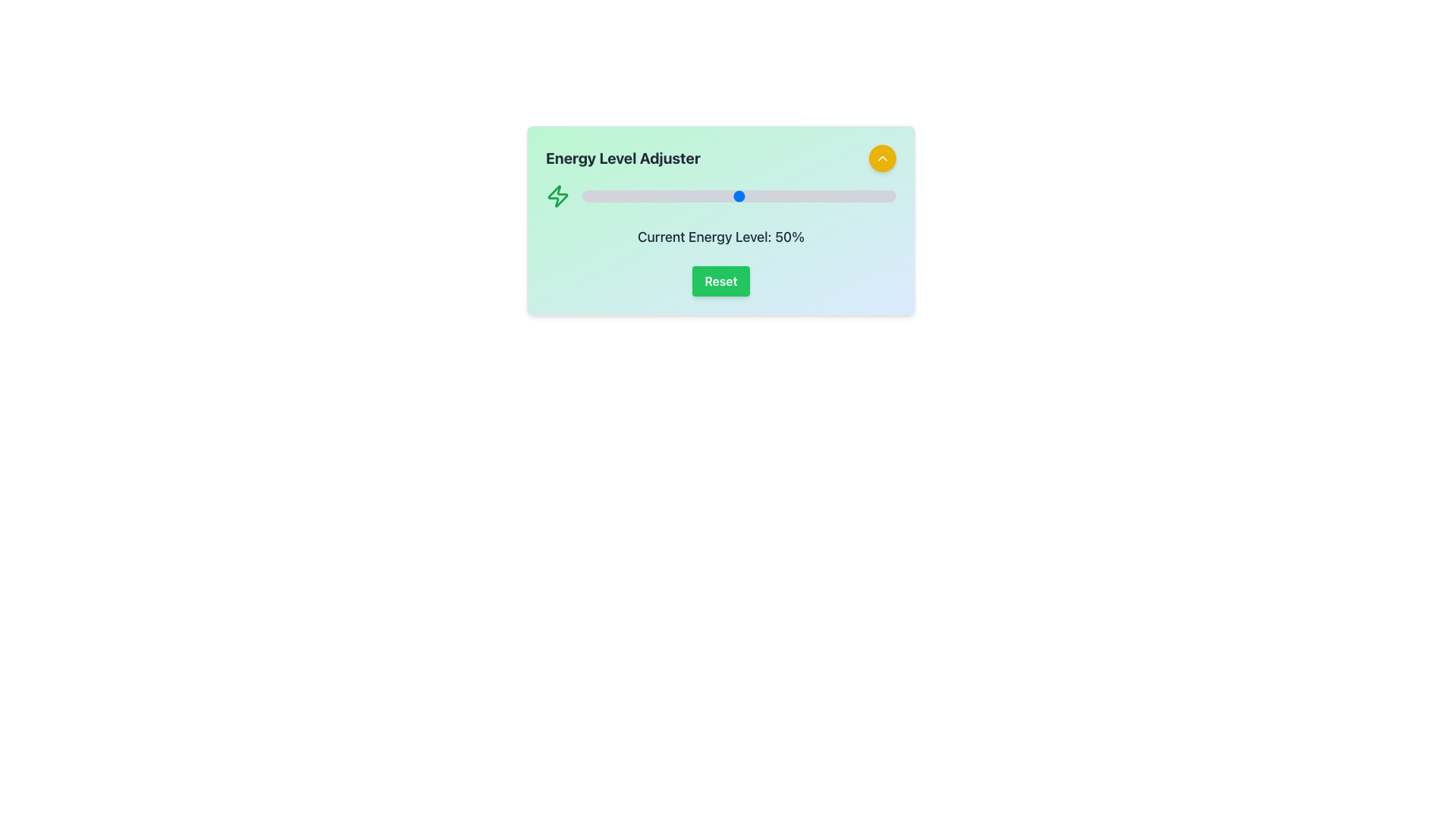 Image resolution: width=1456 pixels, height=819 pixels. What do you see at coordinates (720, 237) in the screenshot?
I see `the Text Label that displays the current energy level of 50%, which is positioned below the slider and above the 'Reset' button` at bounding box center [720, 237].